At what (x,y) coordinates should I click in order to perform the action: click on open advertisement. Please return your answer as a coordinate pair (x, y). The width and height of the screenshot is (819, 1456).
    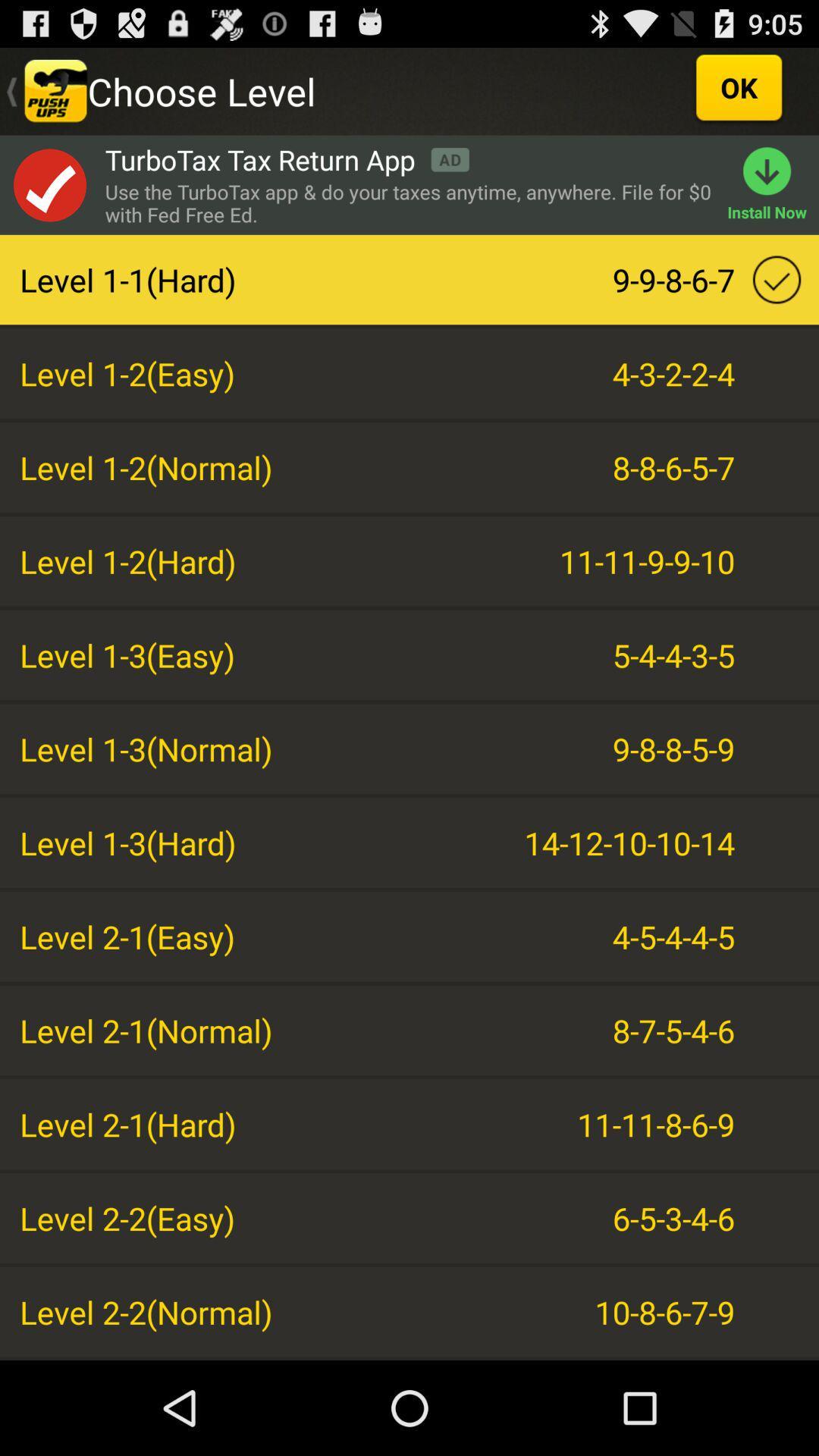
    Looking at the image, I should click on (49, 184).